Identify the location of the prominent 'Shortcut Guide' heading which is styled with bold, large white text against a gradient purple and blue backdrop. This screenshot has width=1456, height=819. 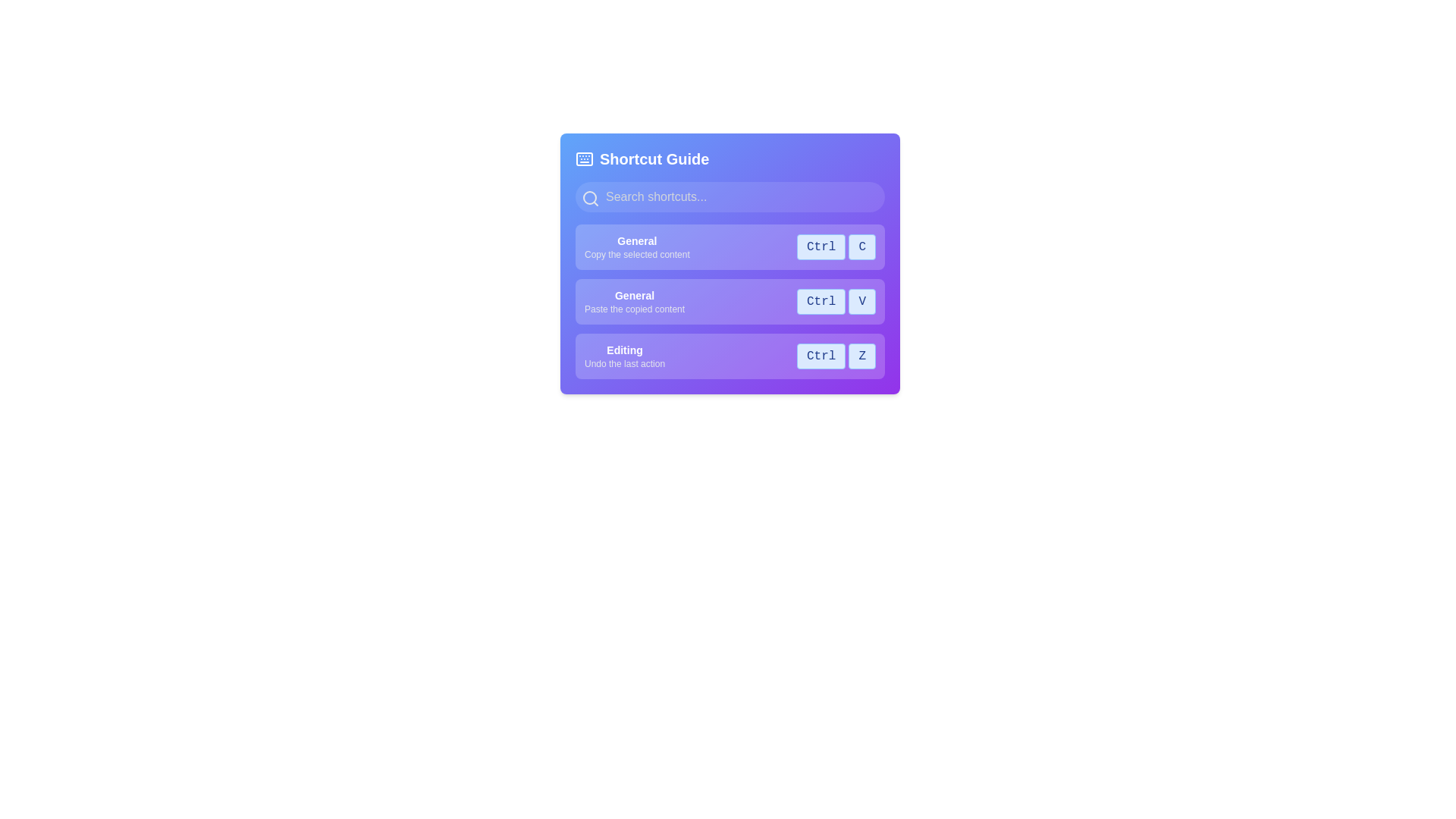
(654, 158).